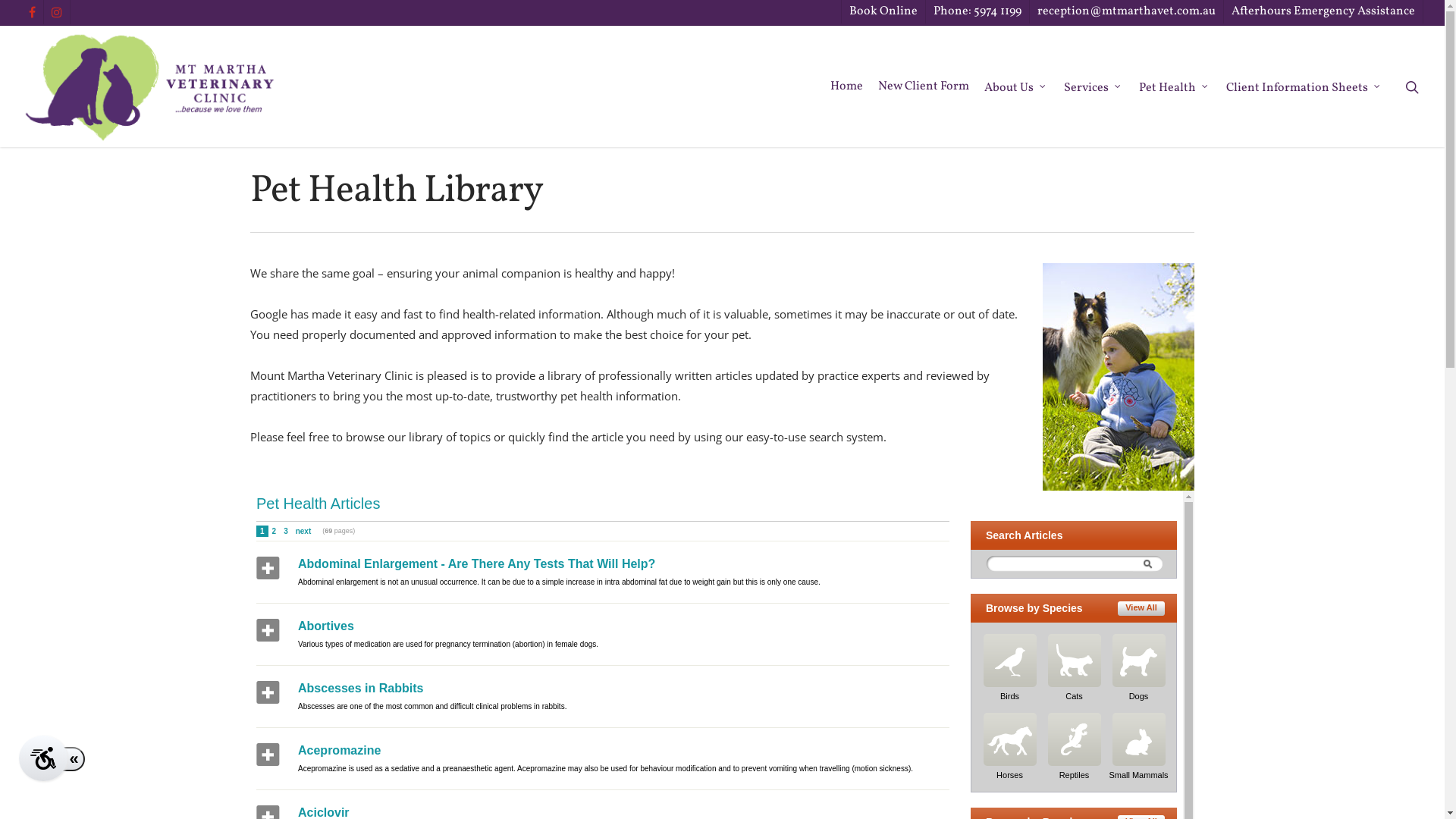  I want to click on 'Switch to accessible version of site', so click(43, 758).